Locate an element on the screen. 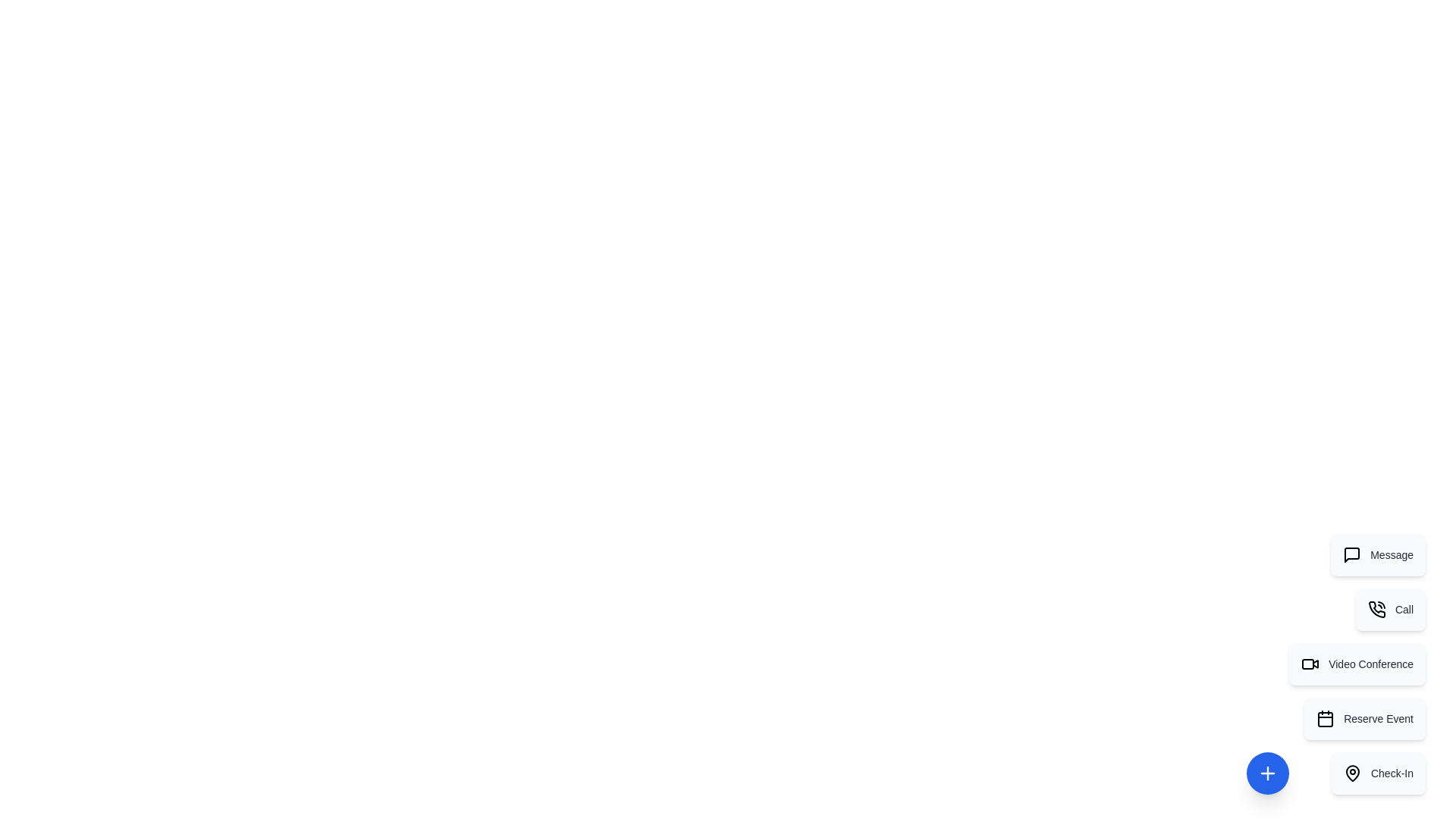 This screenshot has height=819, width=1456. the action item labeled Video Conference is located at coordinates (1357, 663).